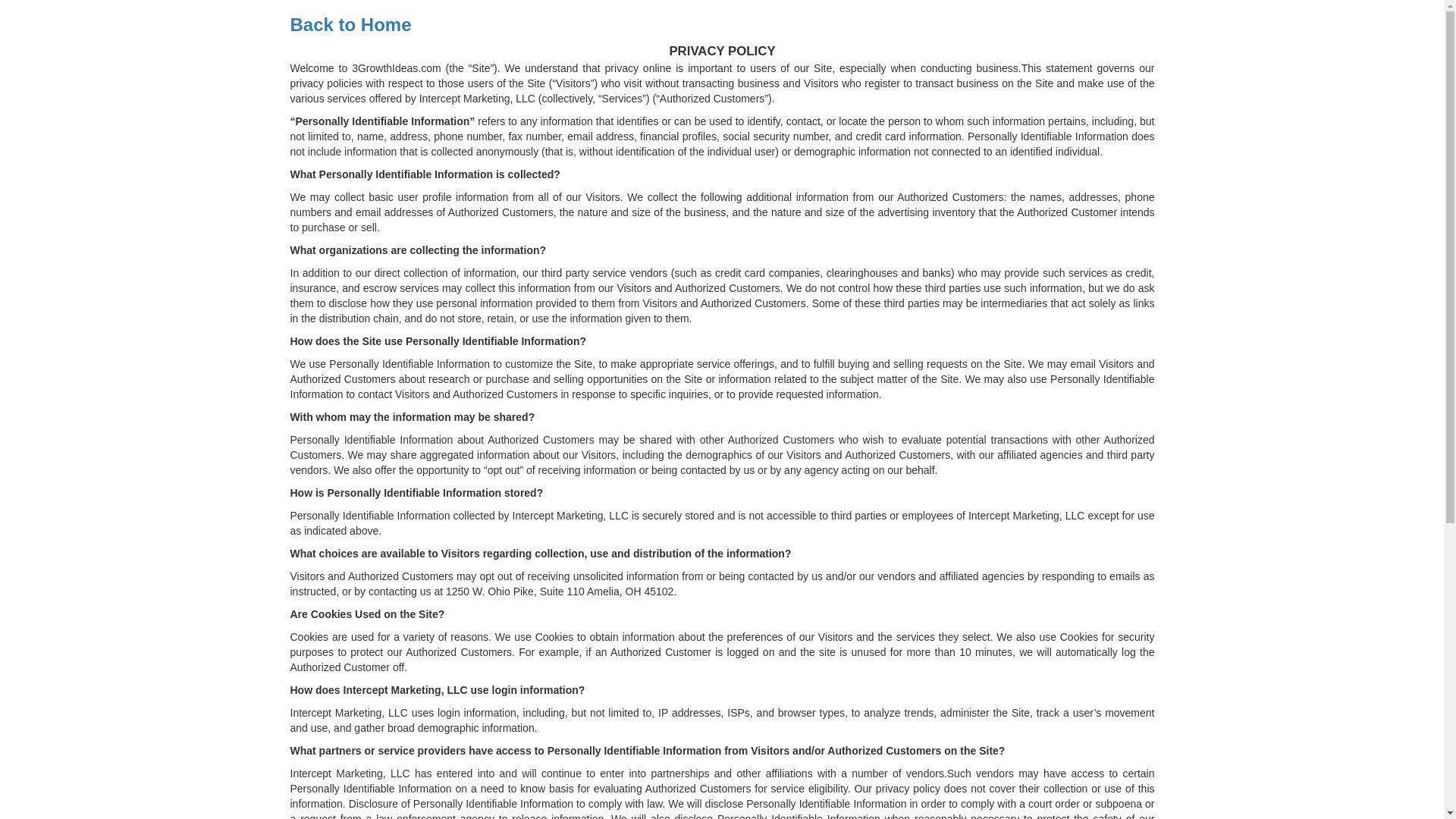 The height and width of the screenshot is (819, 1456). I want to click on 'Back to Home', so click(349, 24).